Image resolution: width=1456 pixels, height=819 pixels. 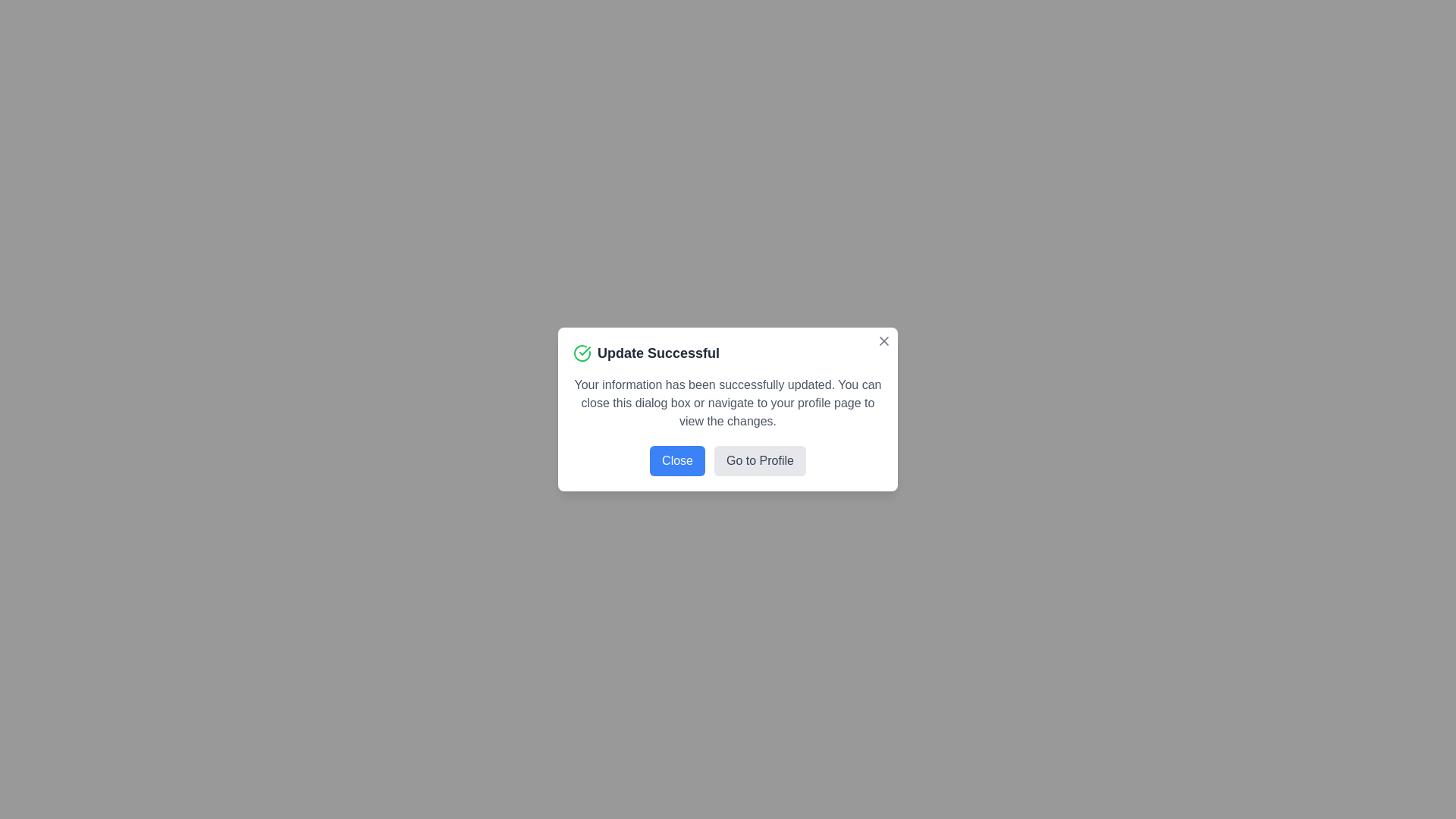 What do you see at coordinates (884, 341) in the screenshot?
I see `the visual elements by focusing on Close icon` at bounding box center [884, 341].